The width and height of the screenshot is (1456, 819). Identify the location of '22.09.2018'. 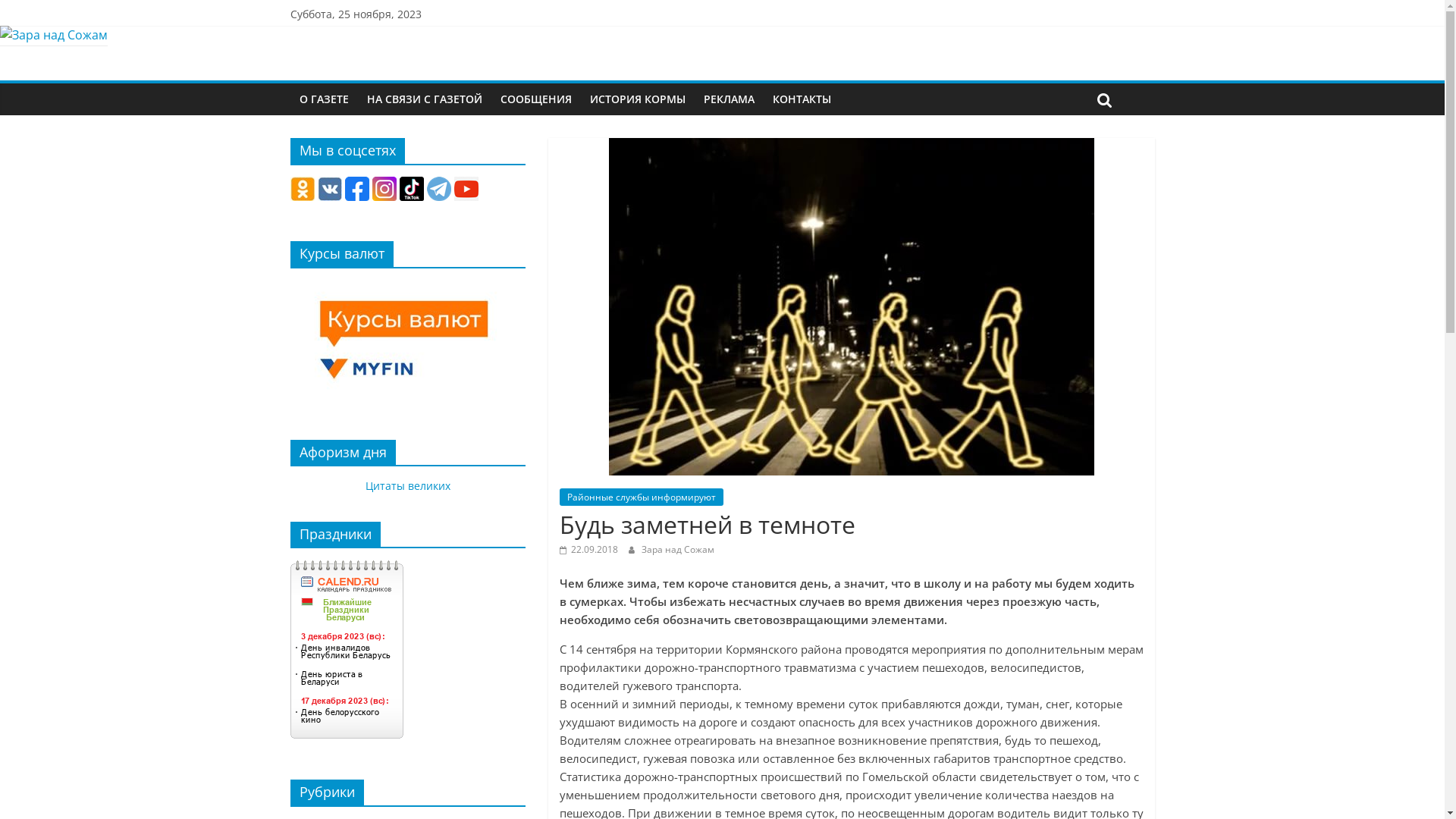
(588, 549).